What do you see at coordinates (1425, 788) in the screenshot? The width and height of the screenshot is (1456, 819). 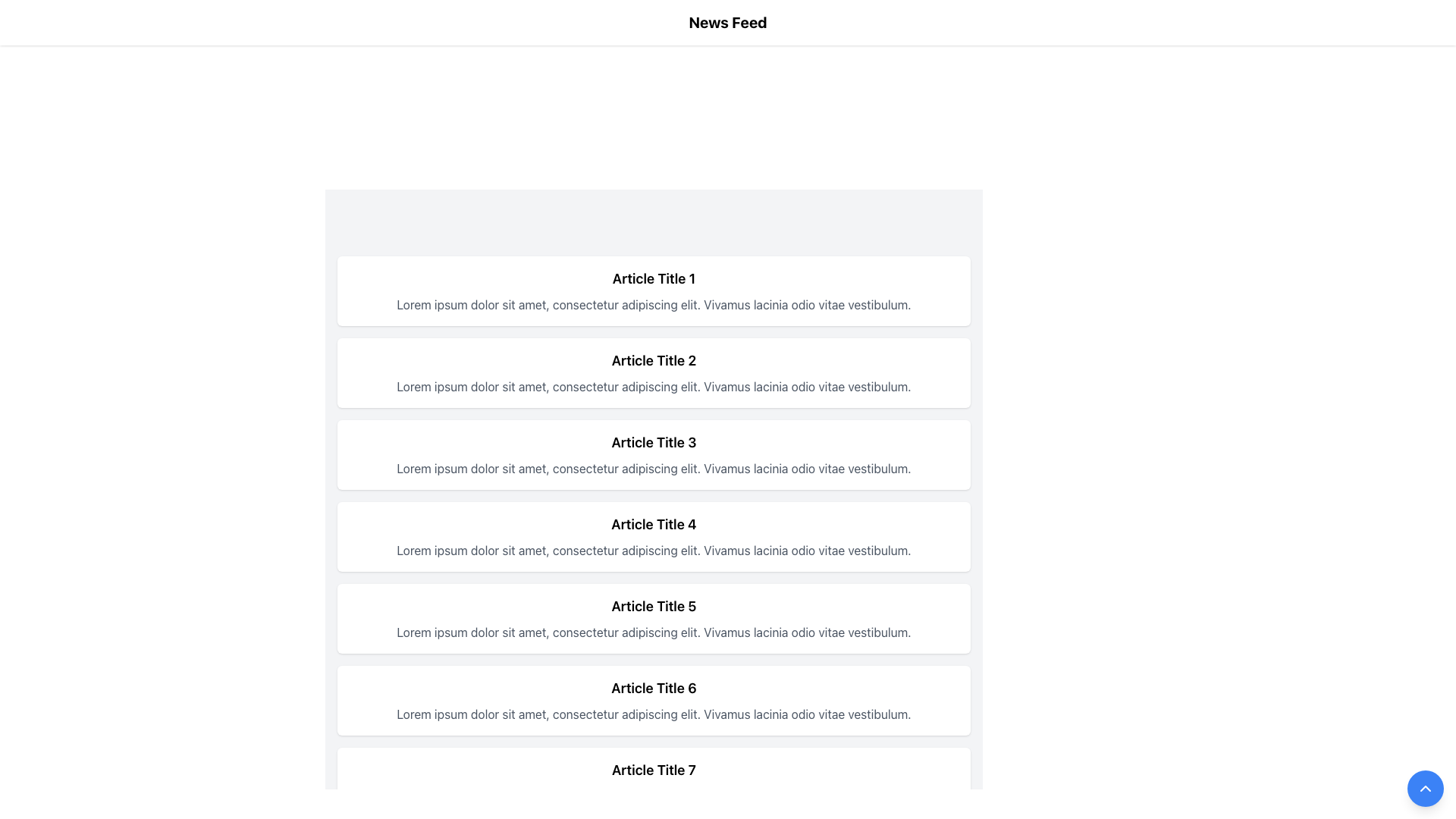 I see `the blue circular button with a white upward-pointing chevron symbol located at the bottom-right corner of the interface` at bounding box center [1425, 788].